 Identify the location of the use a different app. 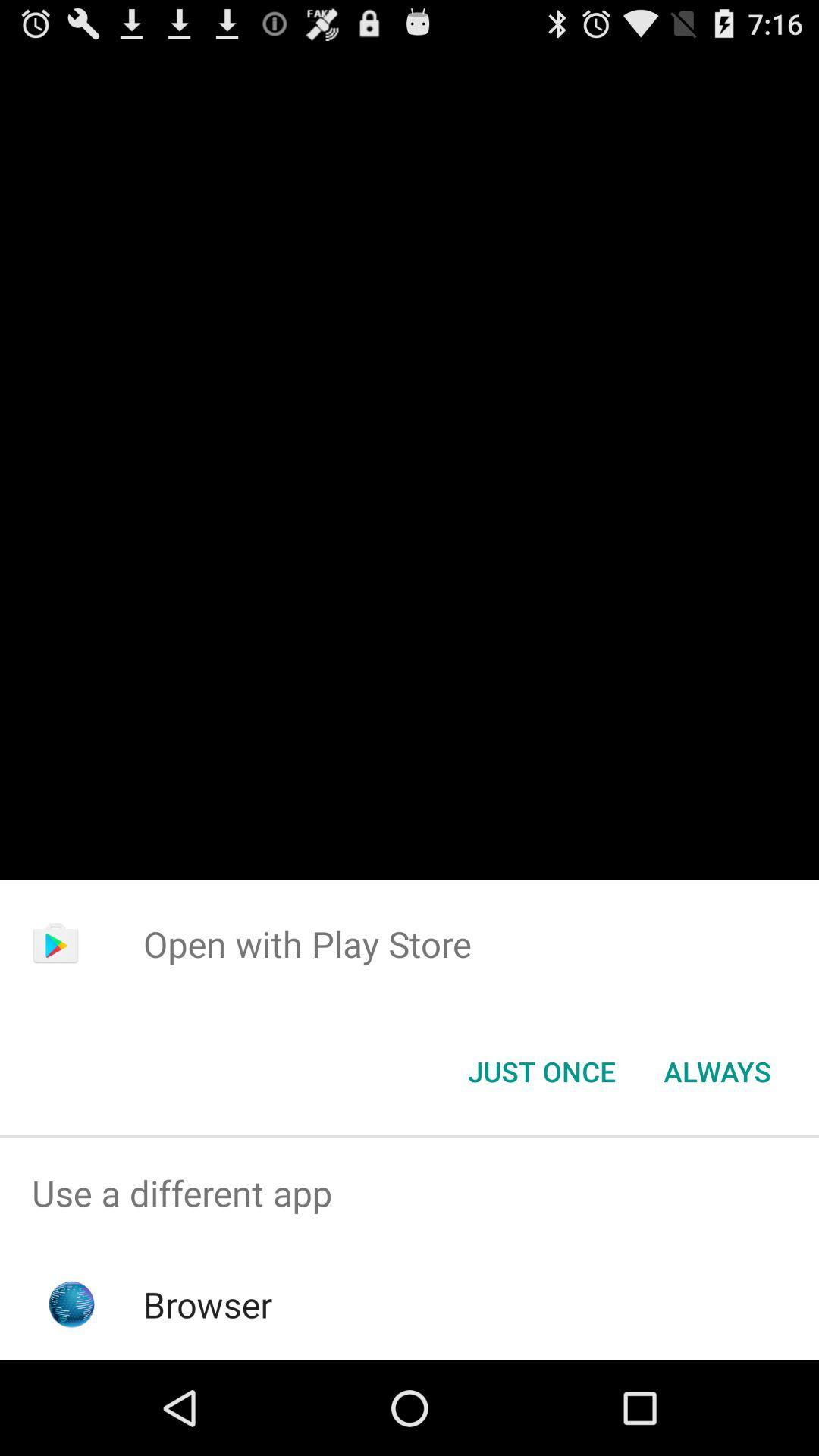
(409, 1192).